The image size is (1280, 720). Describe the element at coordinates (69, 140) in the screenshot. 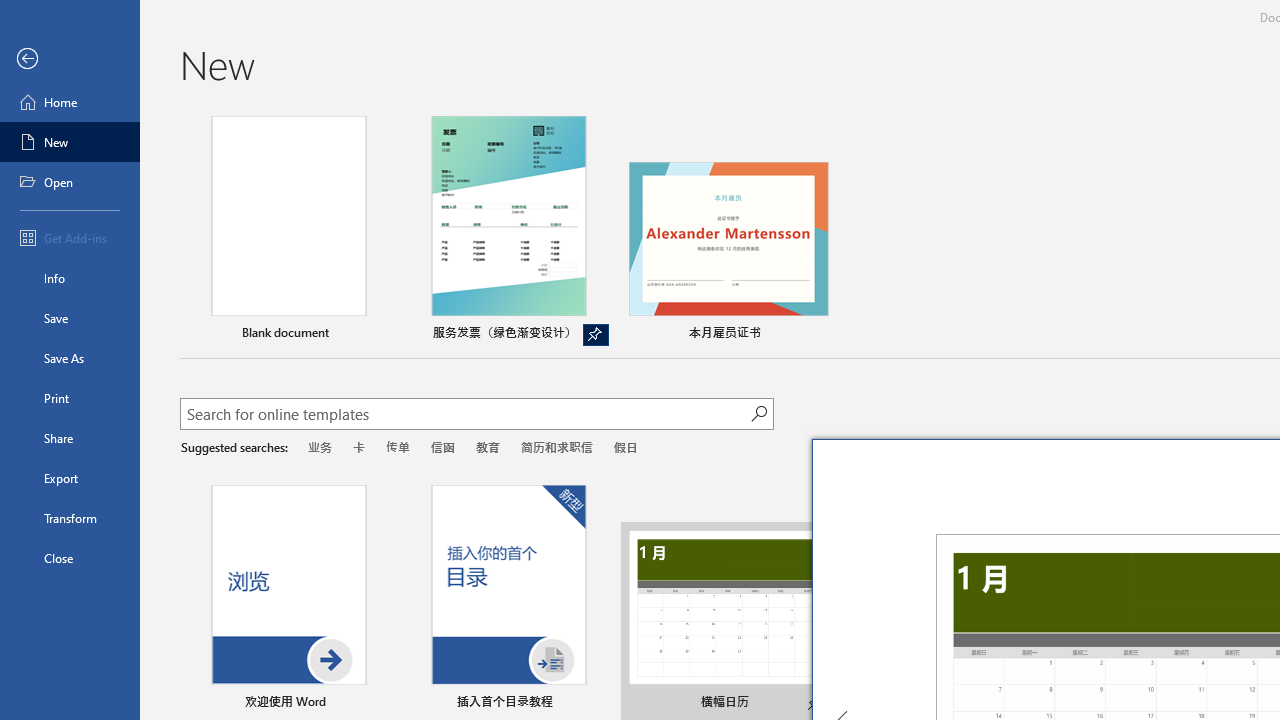

I see `'New'` at that location.